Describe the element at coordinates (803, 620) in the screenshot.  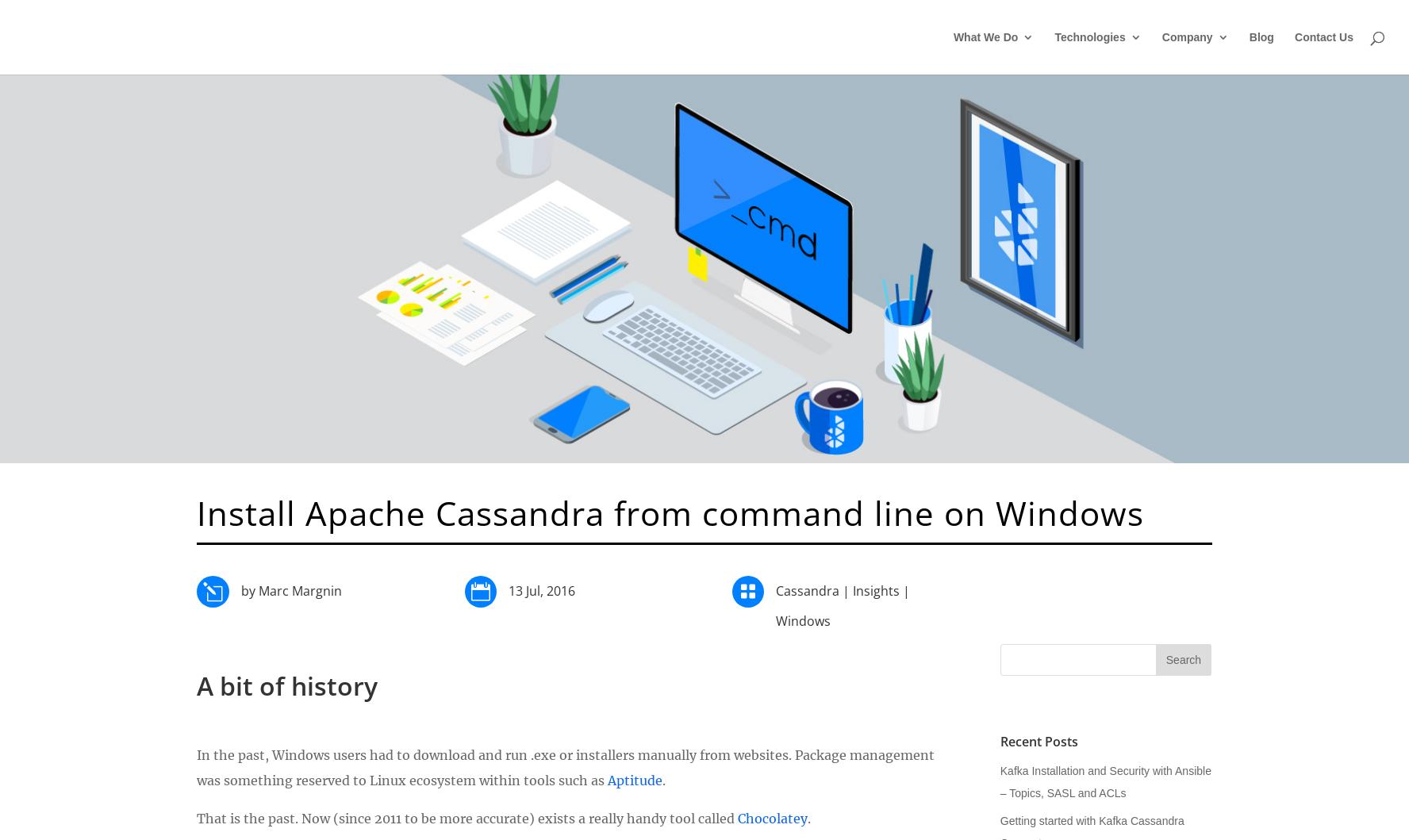
I see `'Windows'` at that location.